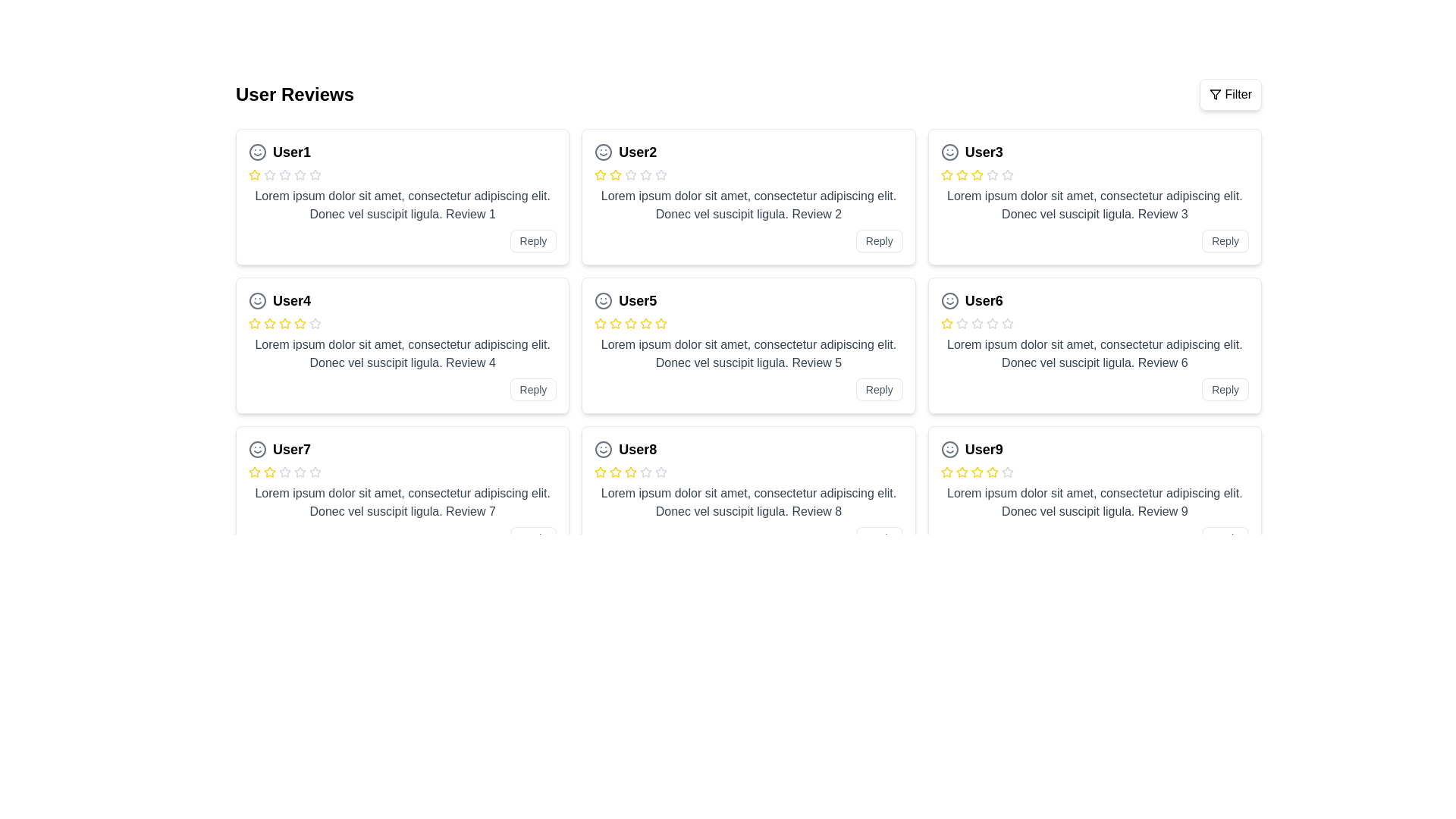 The image size is (1456, 819). Describe the element at coordinates (631, 322) in the screenshot. I see `the third filled yellow star icon in the rating system of 'User5 Review' to rate it` at that location.